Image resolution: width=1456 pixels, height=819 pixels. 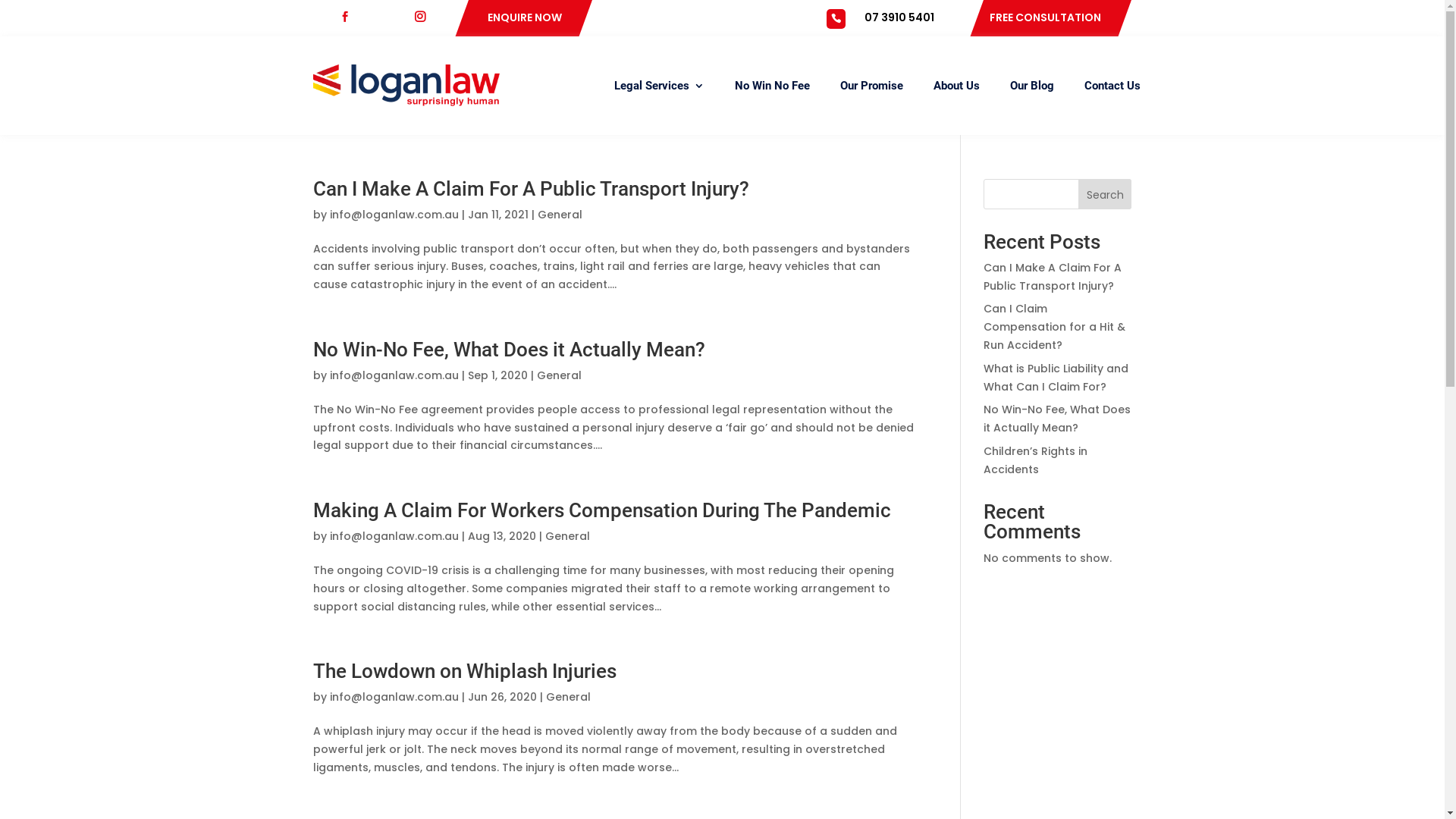 I want to click on 'ig', so click(x=424, y=17).